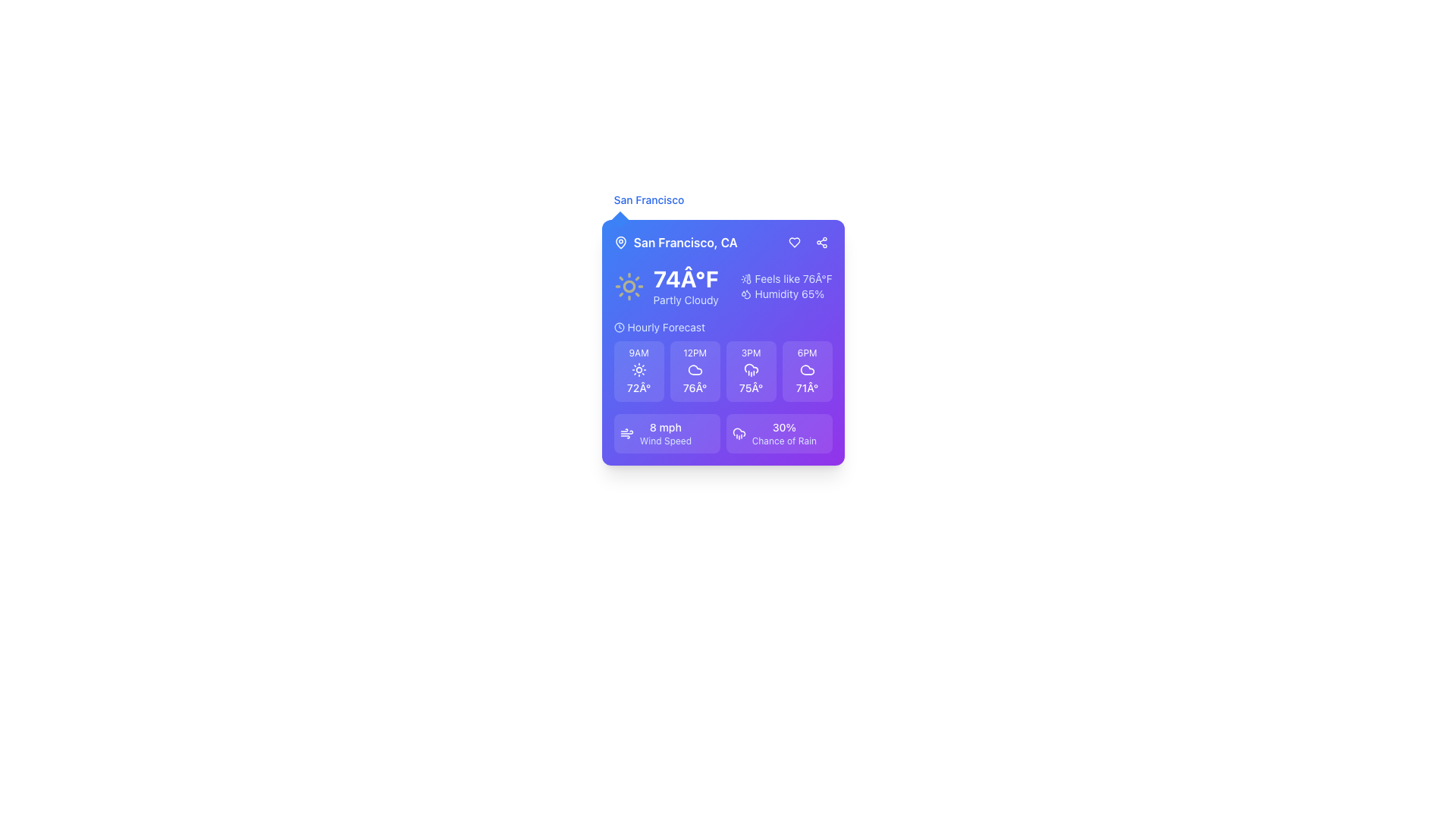  Describe the element at coordinates (784, 427) in the screenshot. I see `the static textual label that represents the 'Chance of Rain' percentage in the lower-right area of the widget card` at that location.